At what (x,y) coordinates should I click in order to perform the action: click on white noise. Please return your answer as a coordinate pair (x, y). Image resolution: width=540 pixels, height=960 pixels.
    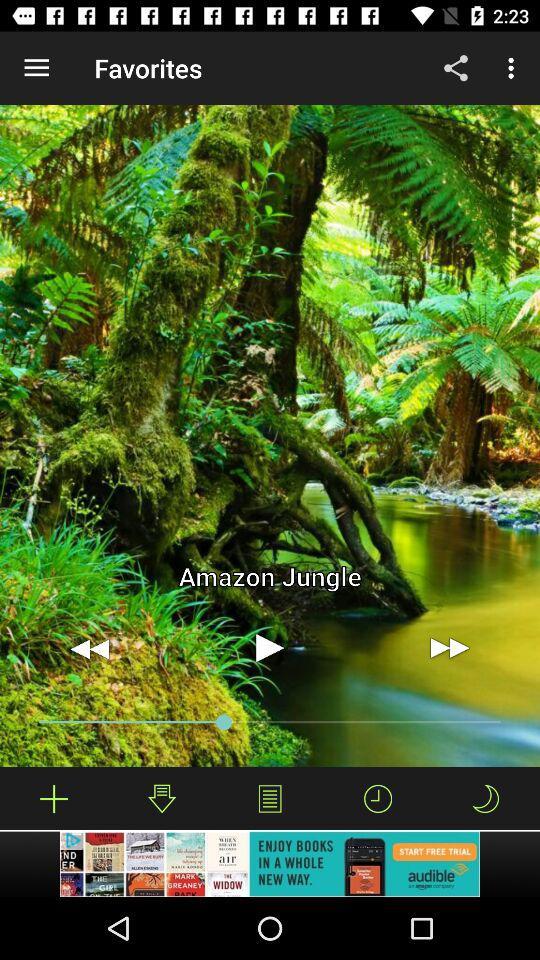
    Looking at the image, I should click on (54, 798).